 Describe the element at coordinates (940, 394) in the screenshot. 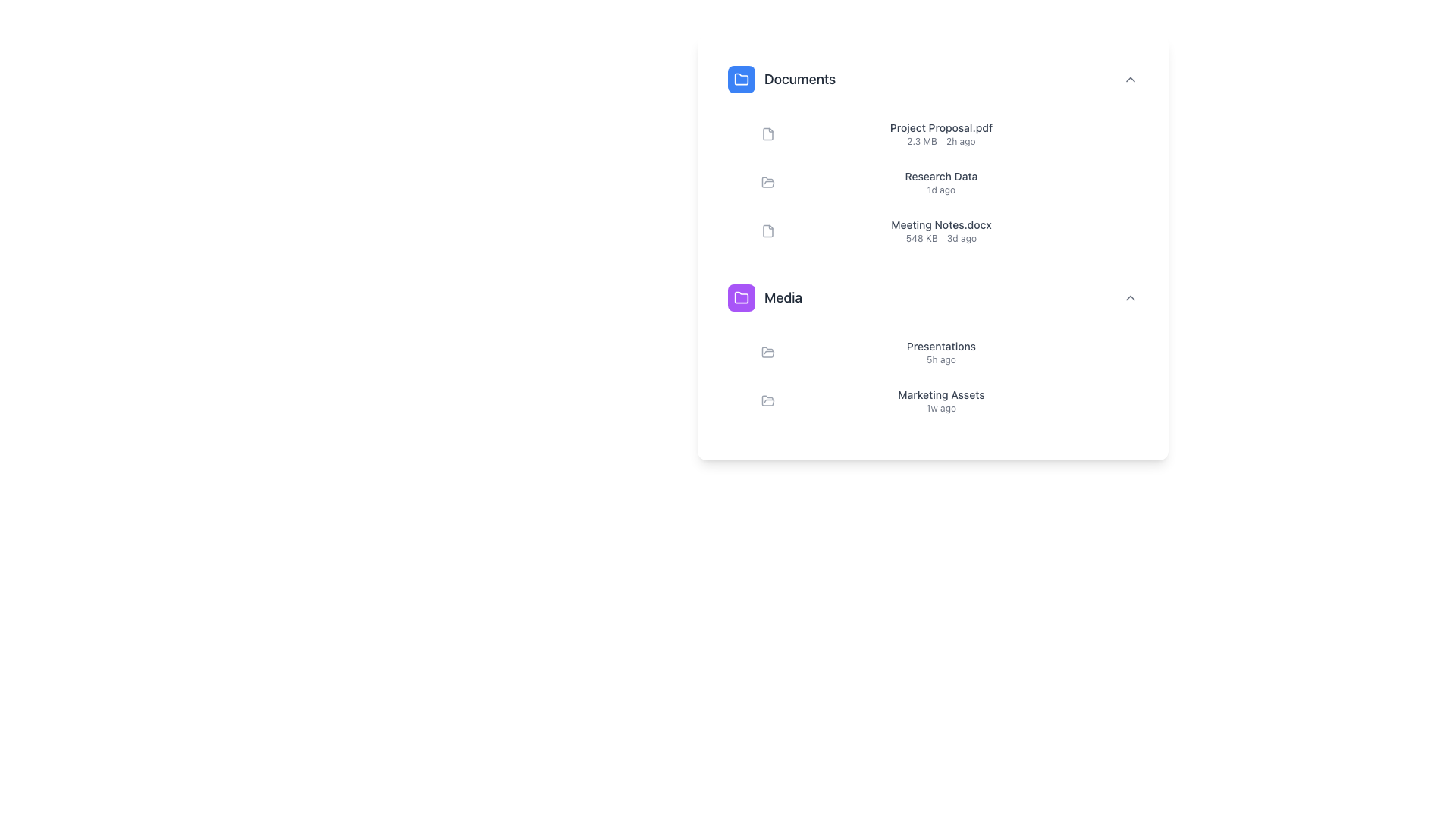

I see `the 'Marketing Assets' text label` at that location.